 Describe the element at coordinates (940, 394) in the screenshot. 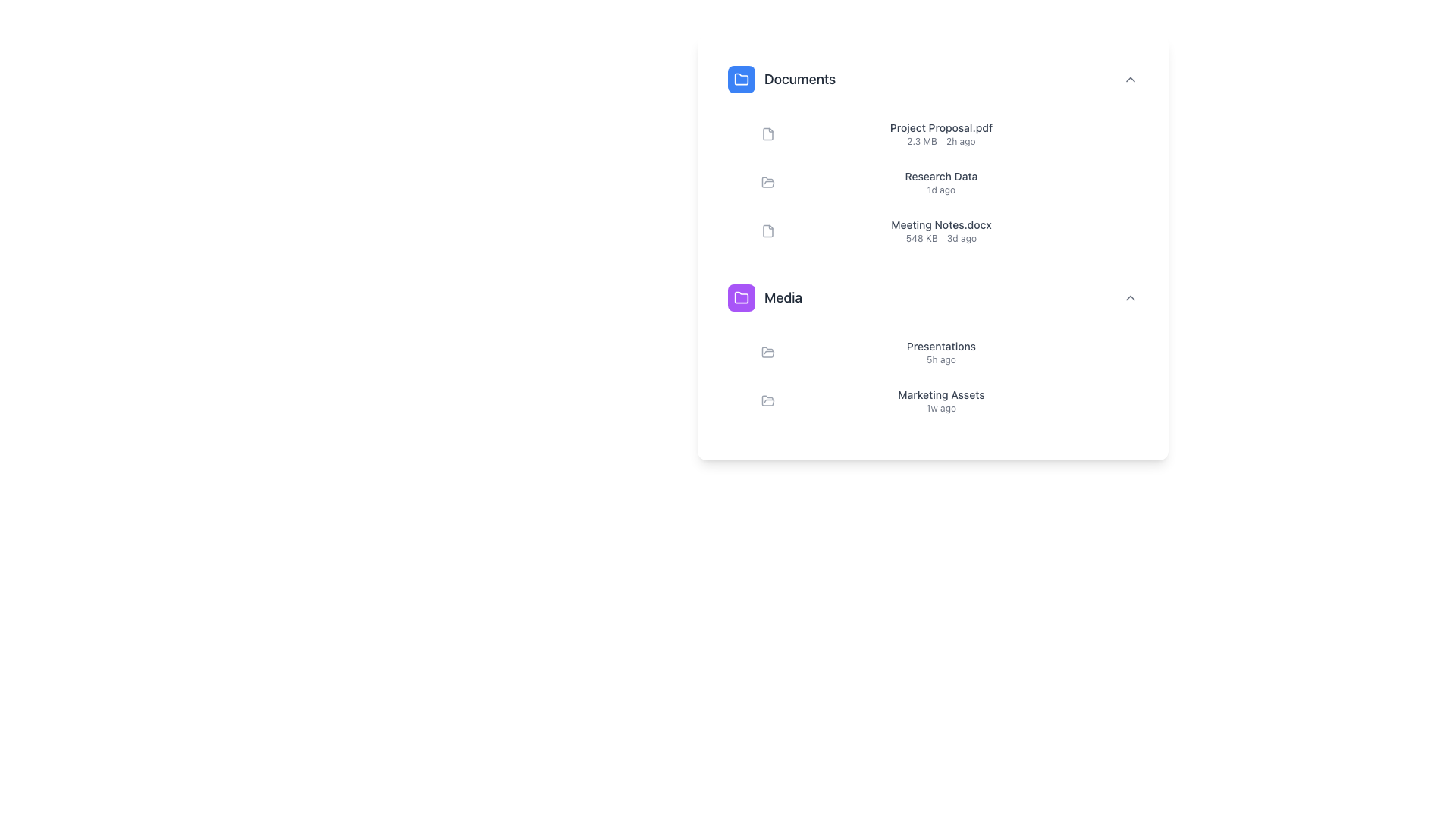

I see `the 'Marketing Assets' text label` at that location.